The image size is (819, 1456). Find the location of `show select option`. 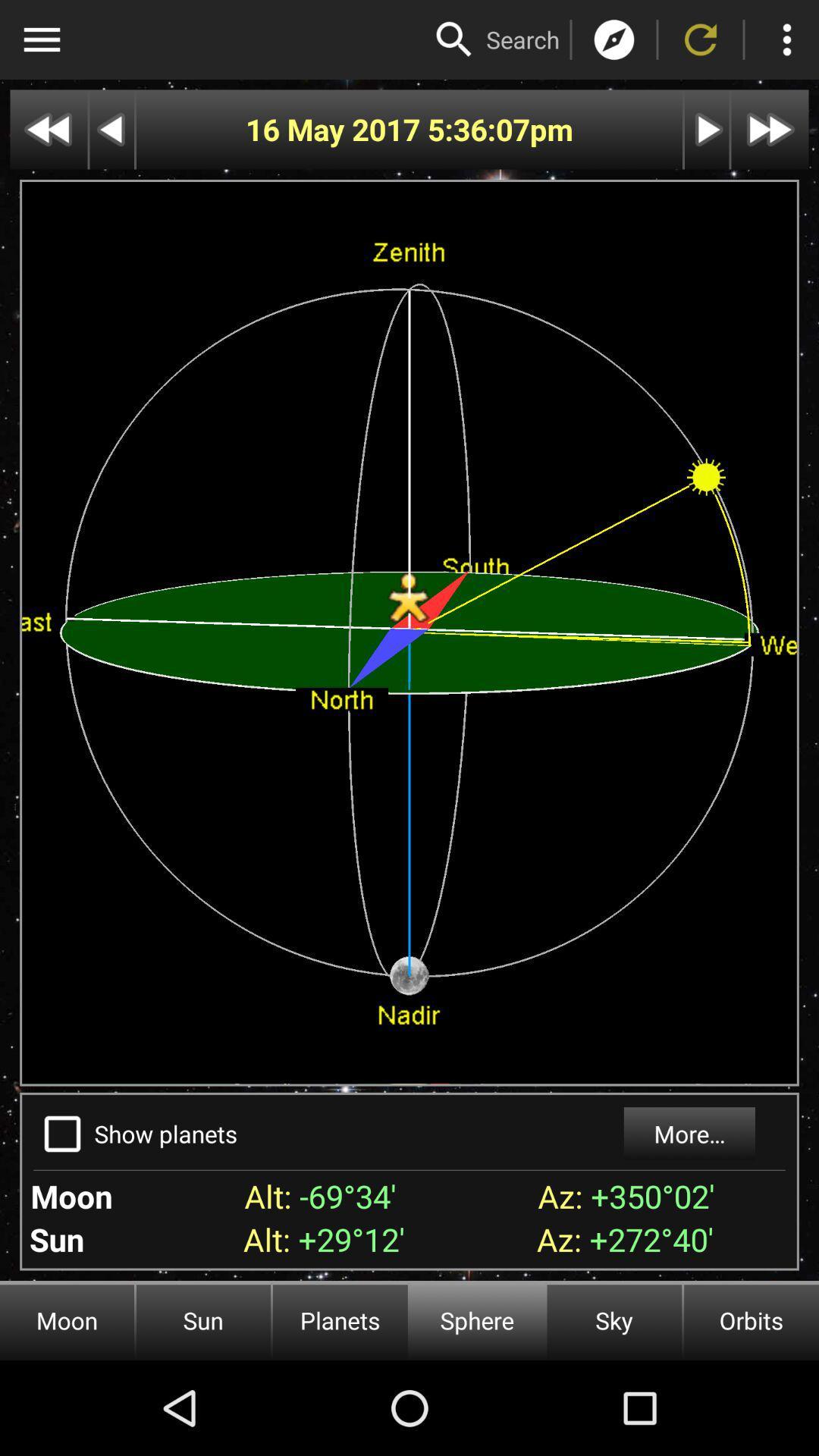

show select option is located at coordinates (61, 1134).